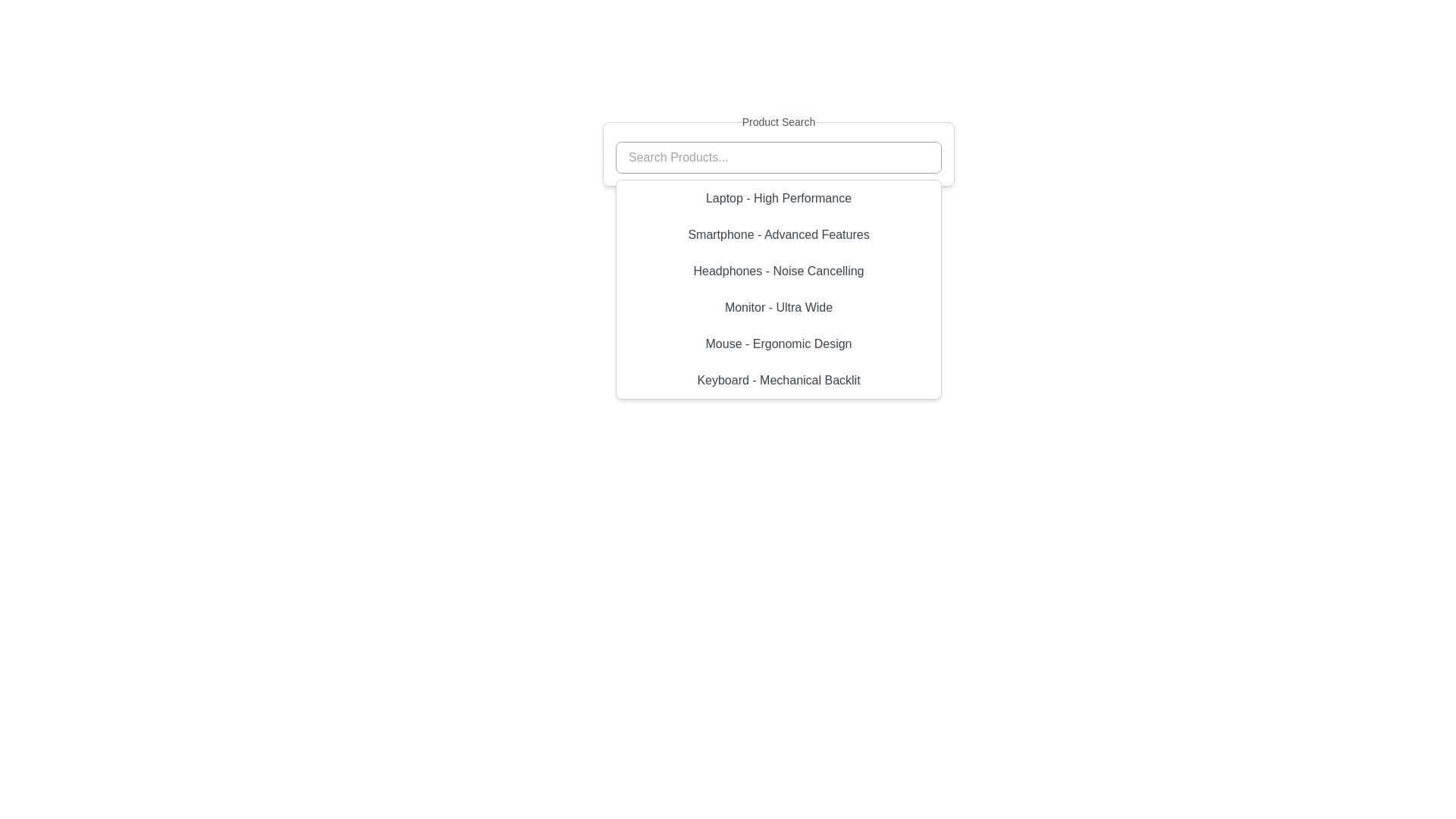  What do you see at coordinates (779, 289) in the screenshot?
I see `the Dropdown menu positioned below the 'Search Products...' input box` at bounding box center [779, 289].